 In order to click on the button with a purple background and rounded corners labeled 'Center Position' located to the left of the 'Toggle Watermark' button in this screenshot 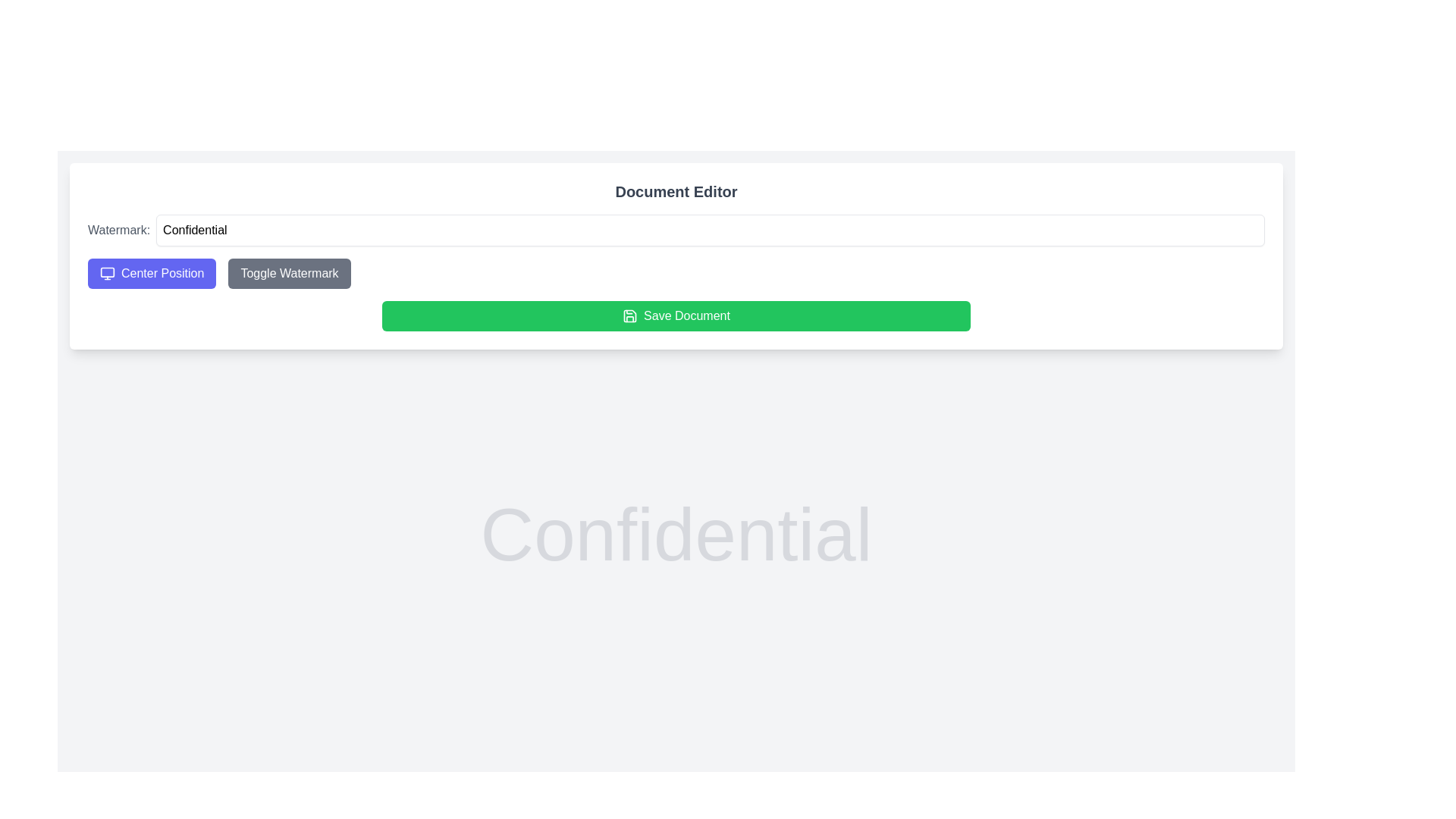, I will do `click(152, 274)`.